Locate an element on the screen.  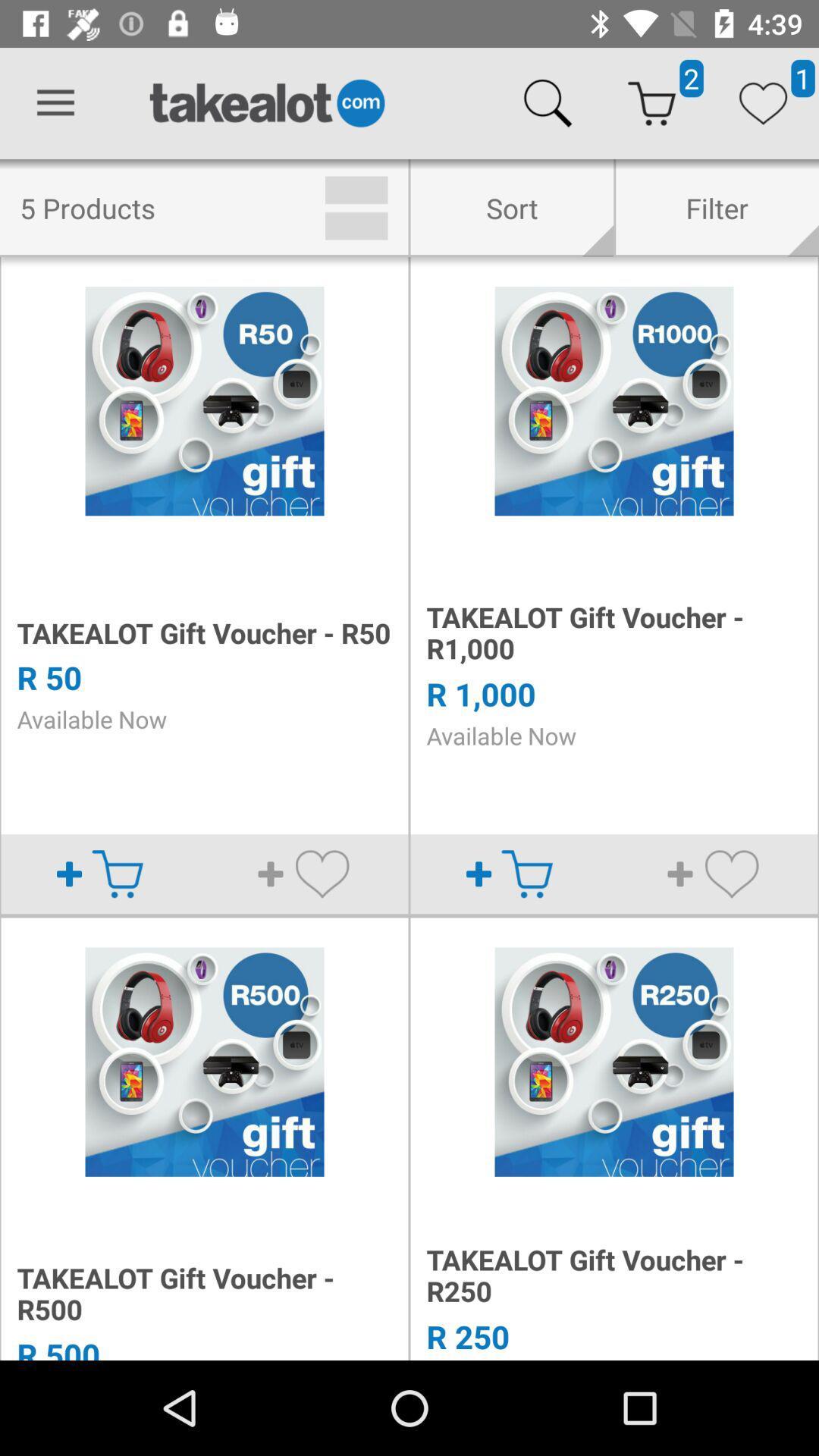
the search bar icon is located at coordinates (548, 103).